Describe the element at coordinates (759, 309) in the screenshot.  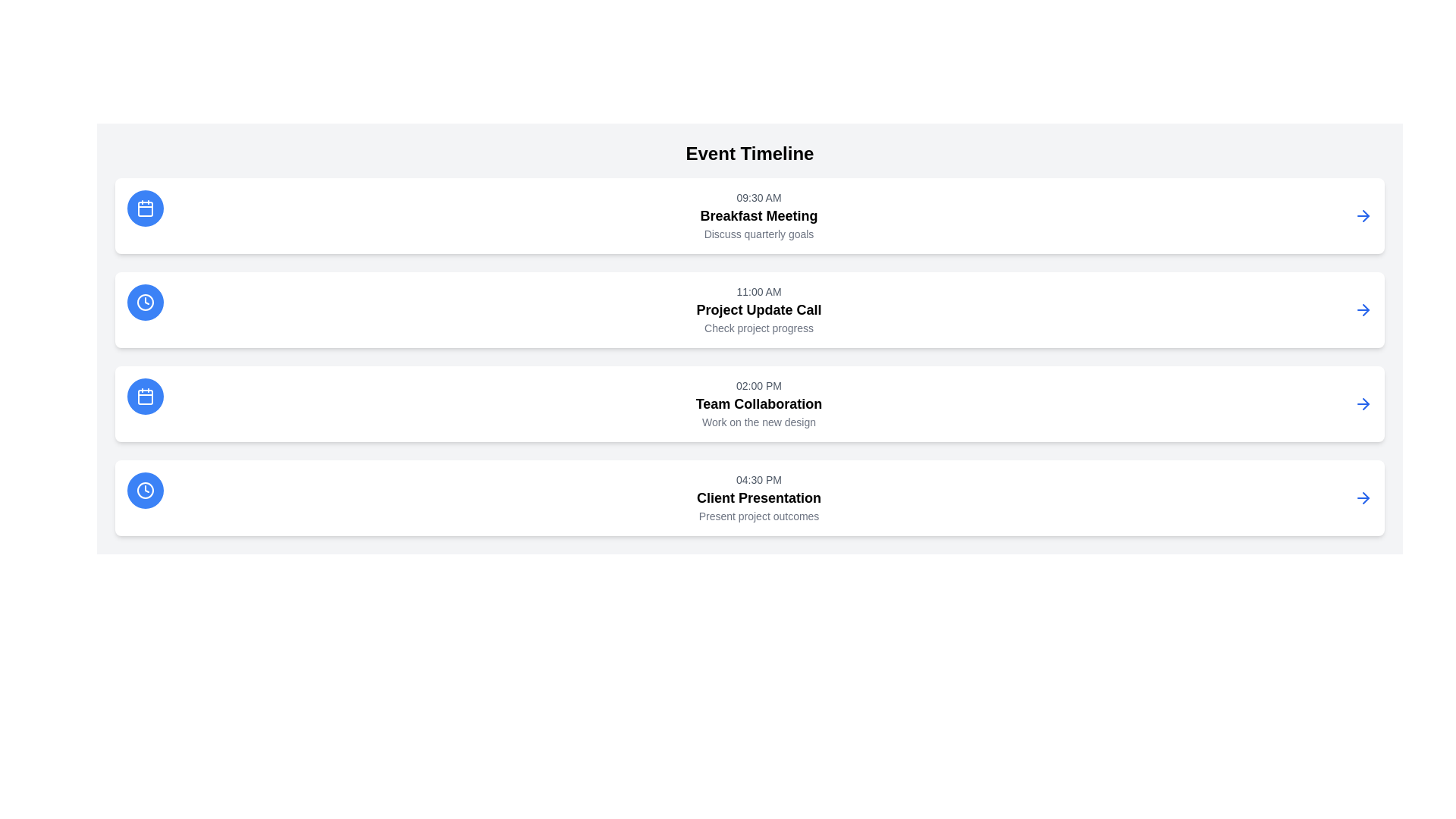
I see `the text label that serves as the title for an event in the second item of a vertically listed timeline, which is located between the '11:00 AM' timestamp and the 'Check project progress' text` at that location.